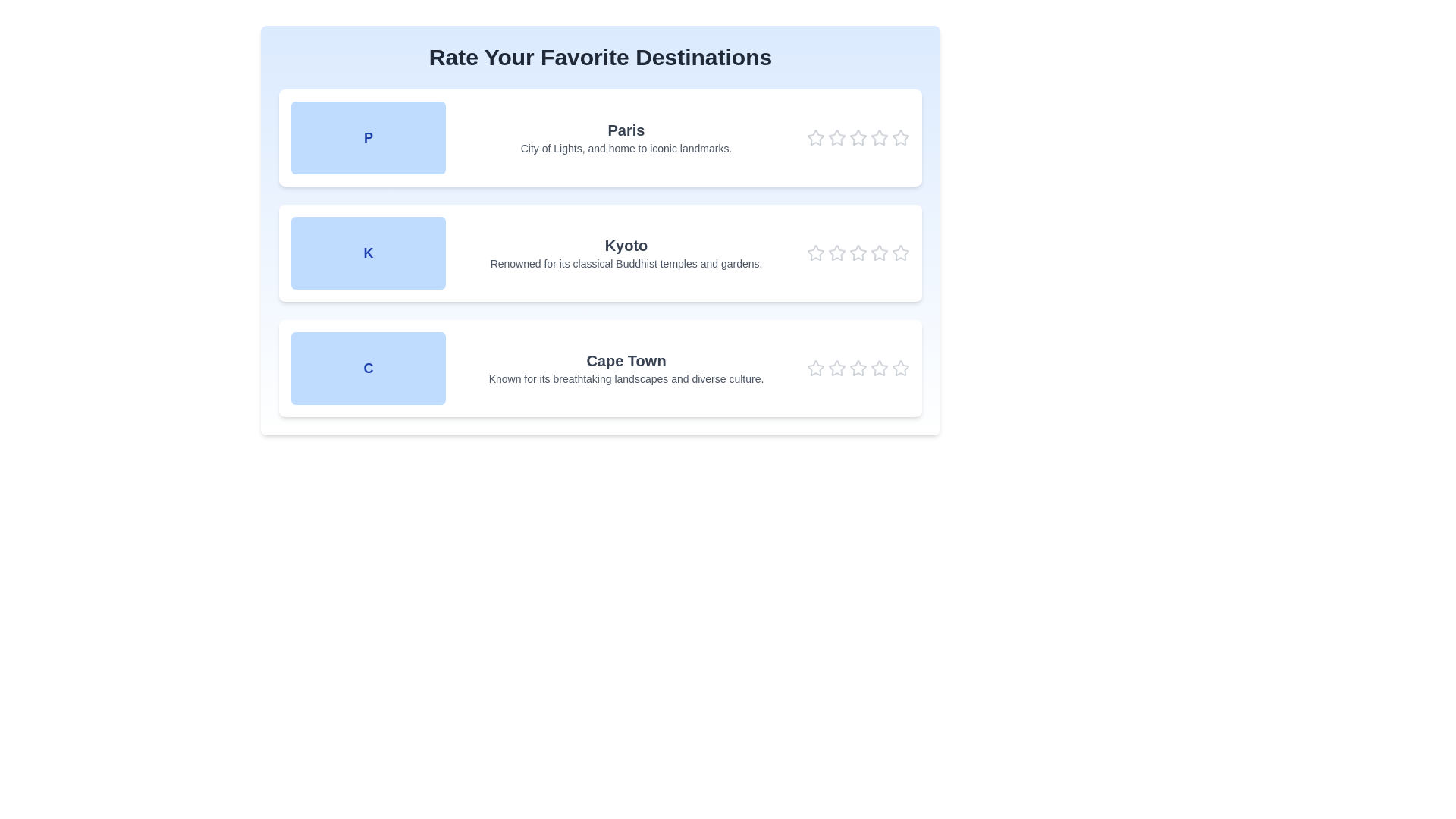 The width and height of the screenshot is (1456, 819). What do you see at coordinates (858, 137) in the screenshot?
I see `to select multiple stars, starting from the third star in the rating system for the 'Paris' section` at bounding box center [858, 137].